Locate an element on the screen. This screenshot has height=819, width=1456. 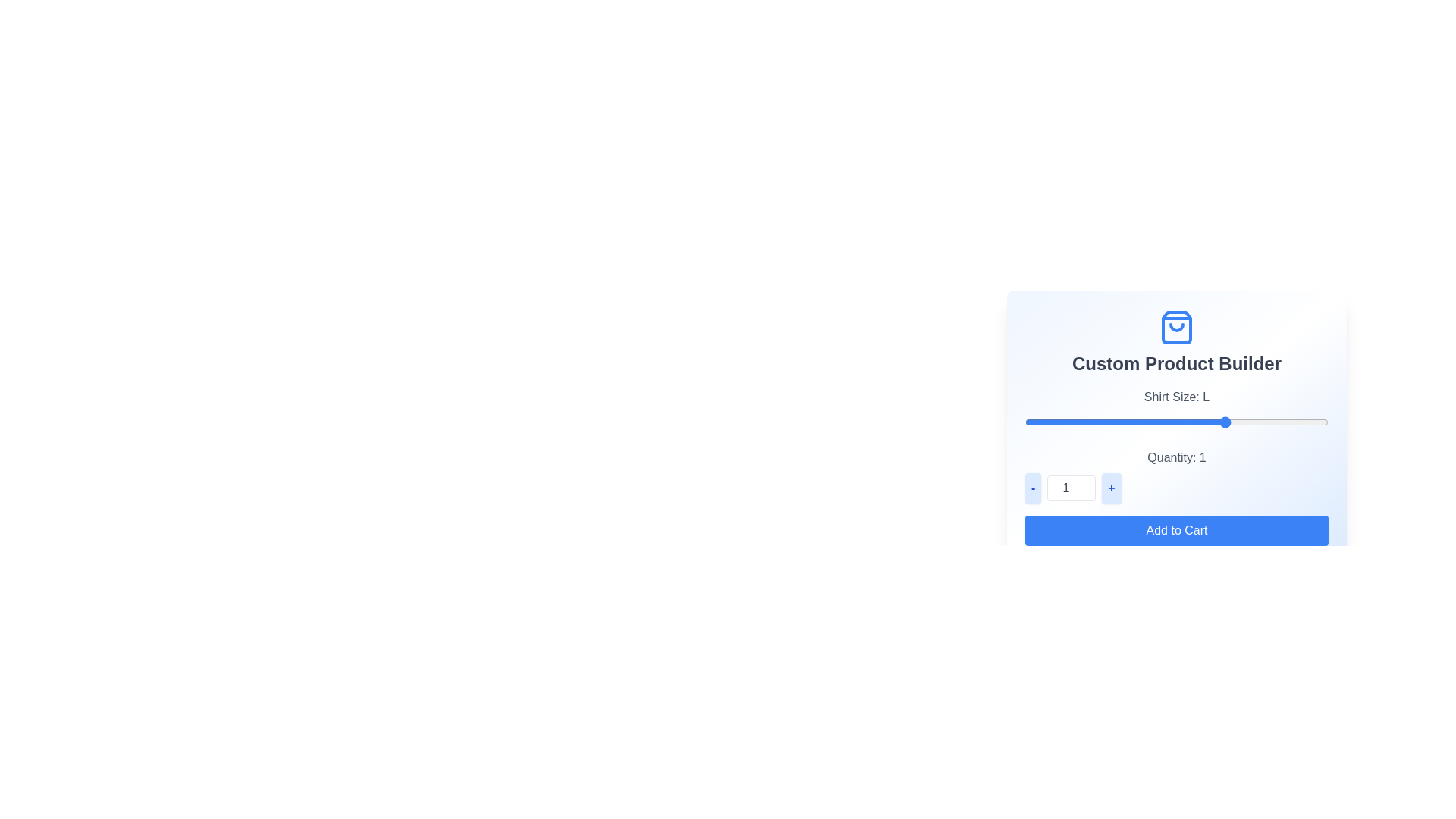
the slider is located at coordinates (1227, 422).